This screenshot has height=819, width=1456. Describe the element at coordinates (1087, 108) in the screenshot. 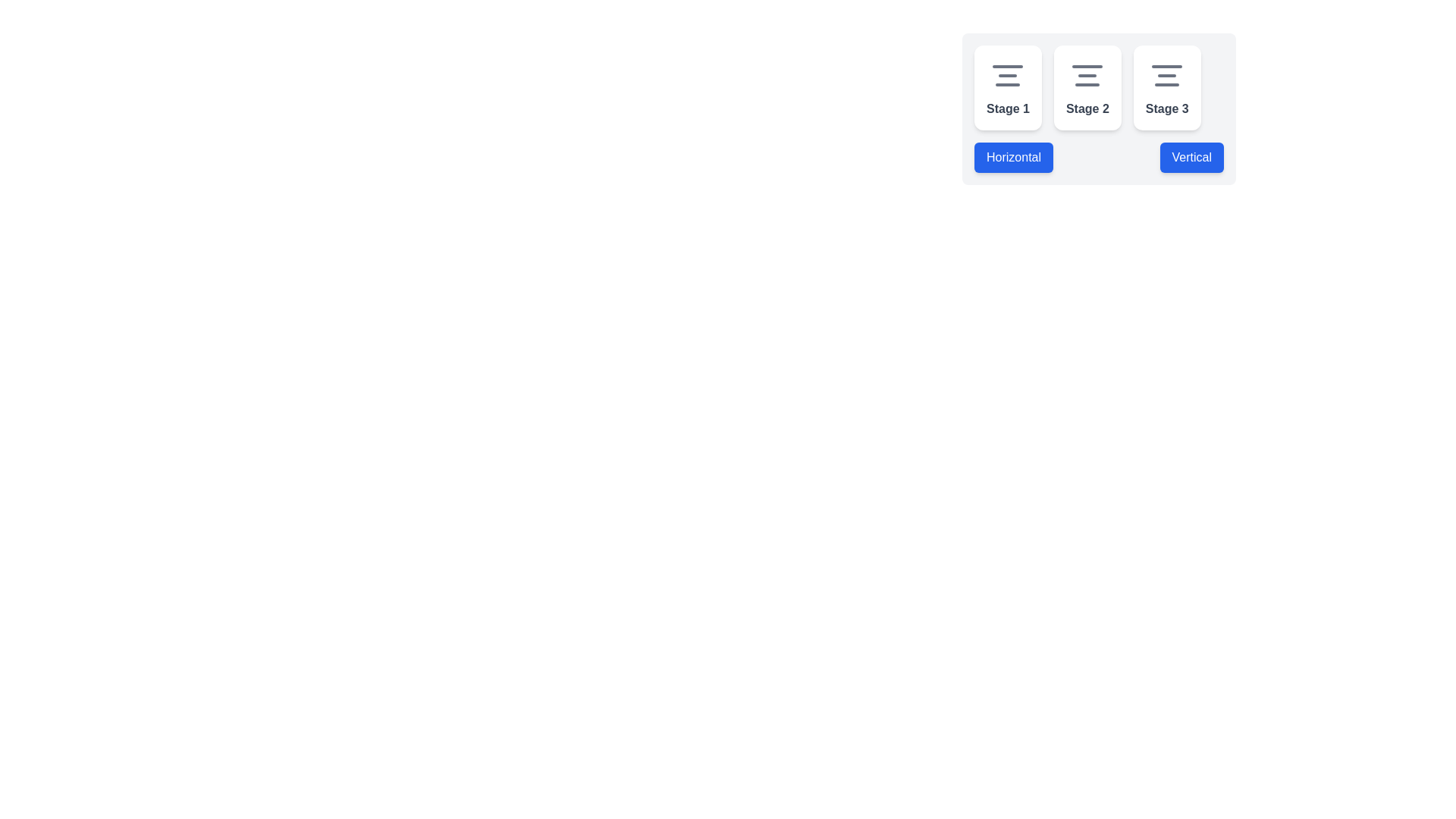

I see `text from the 'Stage 2' Text Label located in the second card of a sequence of three cards` at that location.